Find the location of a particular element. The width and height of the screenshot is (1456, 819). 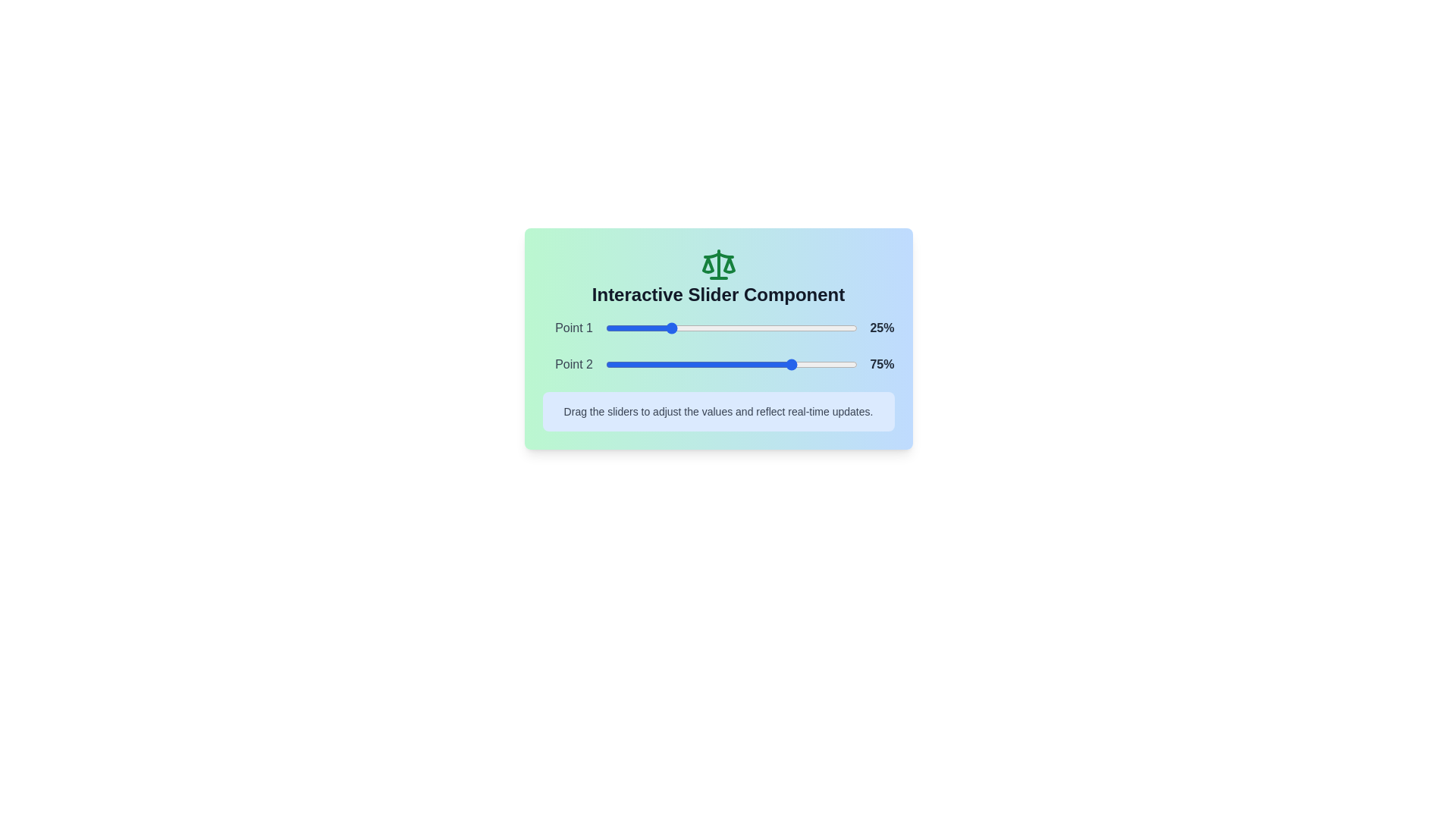

the slider handle to set the value to 27% for slider 1 is located at coordinates (673, 327).